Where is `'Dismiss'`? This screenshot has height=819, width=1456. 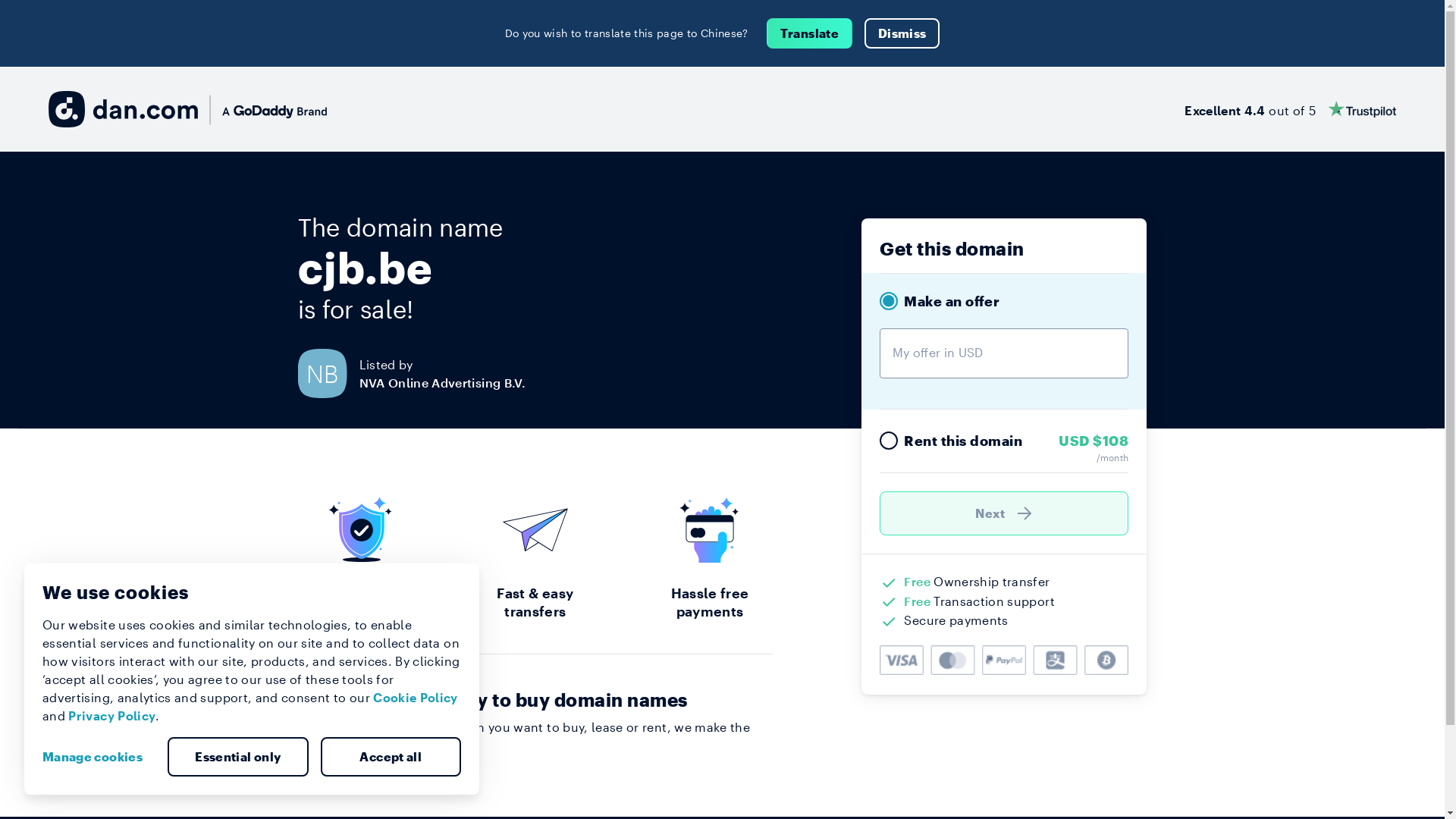
'Dismiss' is located at coordinates (902, 33).